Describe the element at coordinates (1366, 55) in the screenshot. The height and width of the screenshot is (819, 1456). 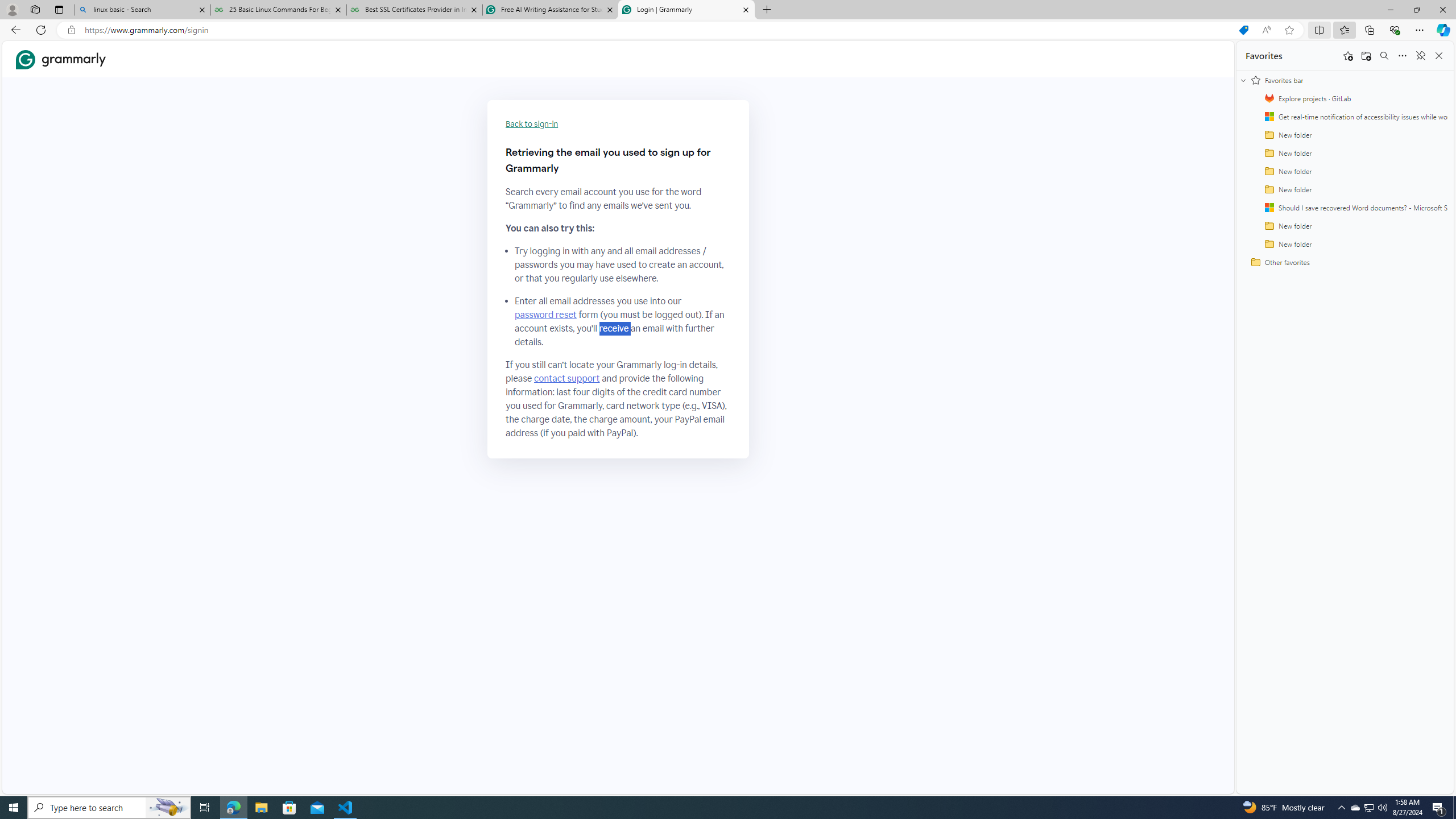
I see `'Add folder'` at that location.